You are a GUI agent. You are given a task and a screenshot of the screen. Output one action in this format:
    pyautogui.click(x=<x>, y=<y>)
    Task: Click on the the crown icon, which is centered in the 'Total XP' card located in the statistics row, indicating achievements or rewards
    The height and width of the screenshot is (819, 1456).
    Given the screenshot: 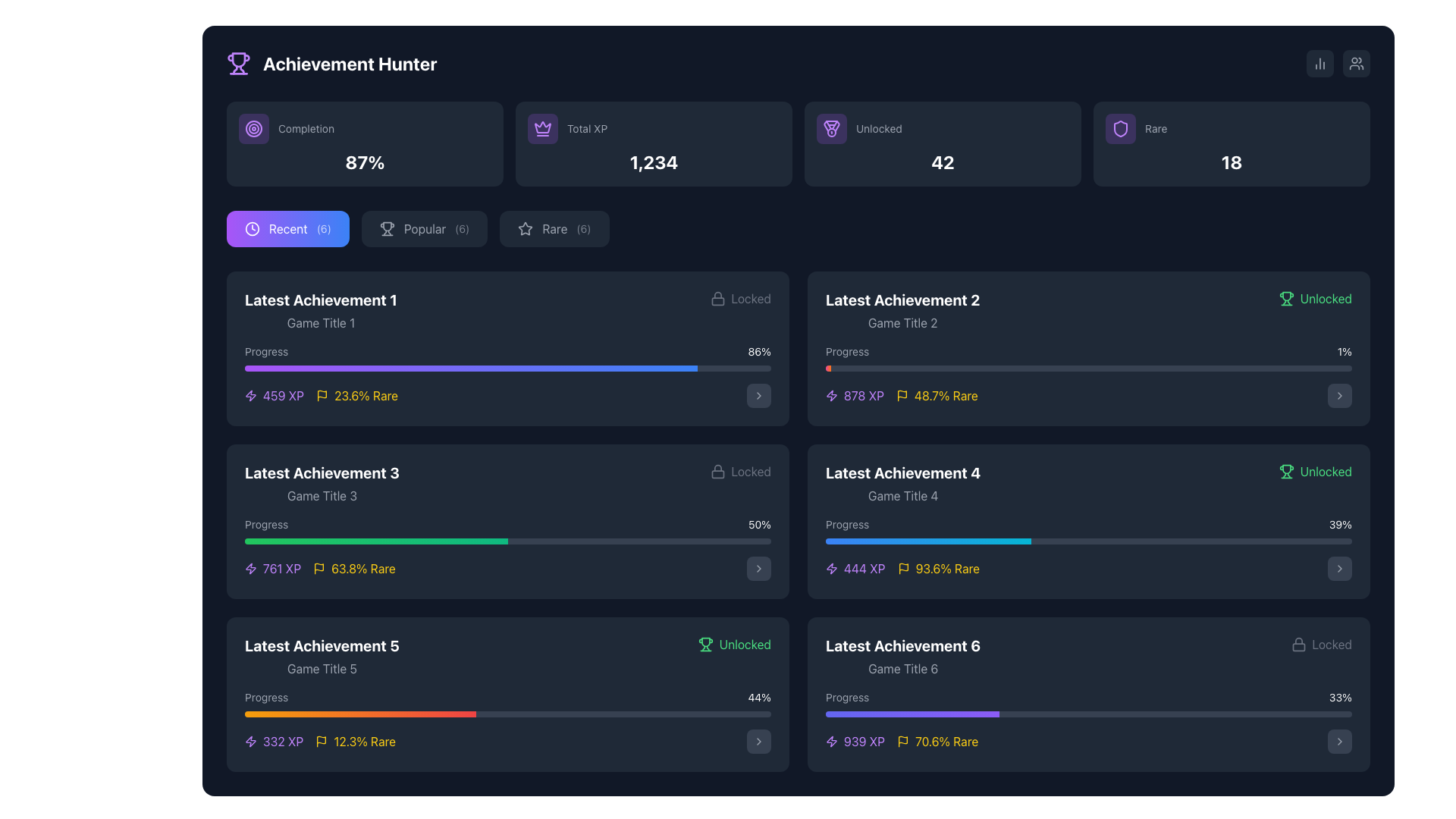 What is the action you would take?
    pyautogui.click(x=542, y=127)
    